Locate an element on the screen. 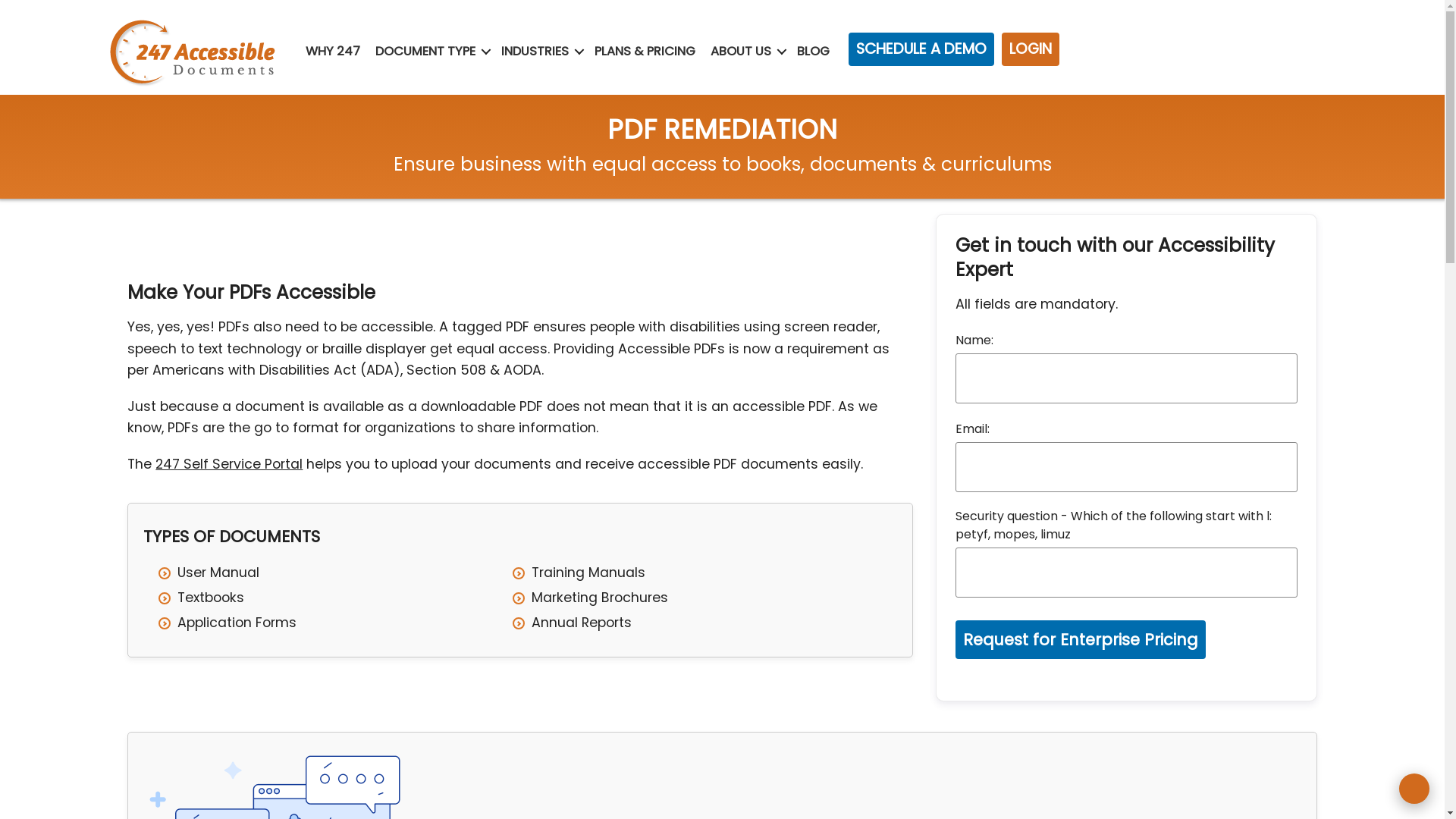  'PLANS & PRICING' is located at coordinates (645, 51).